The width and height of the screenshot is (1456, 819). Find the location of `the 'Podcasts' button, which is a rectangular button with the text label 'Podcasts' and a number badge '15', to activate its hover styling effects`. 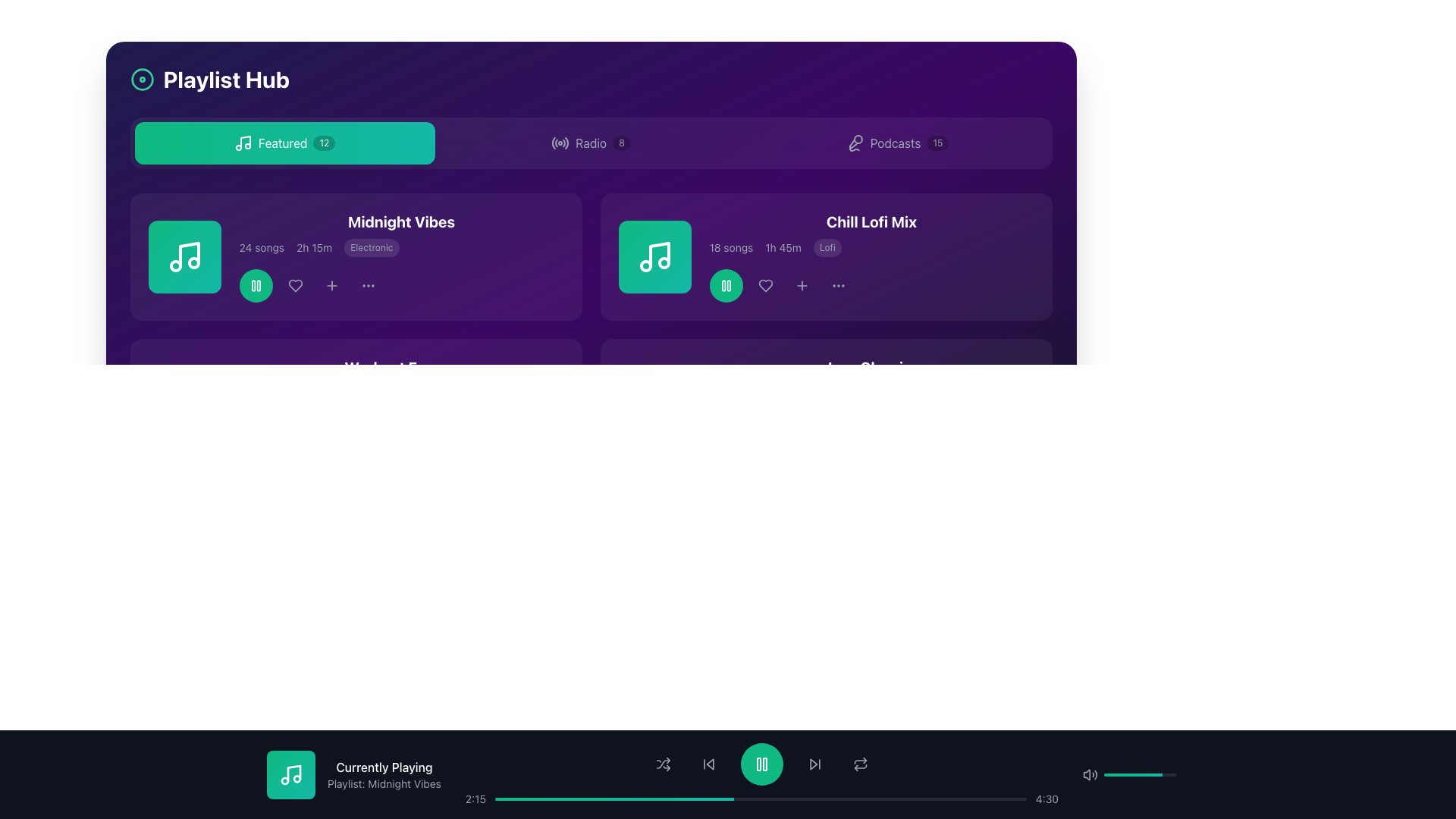

the 'Podcasts' button, which is a rectangular button with the text label 'Podcasts' and a number badge '15', to activate its hover styling effects is located at coordinates (897, 143).